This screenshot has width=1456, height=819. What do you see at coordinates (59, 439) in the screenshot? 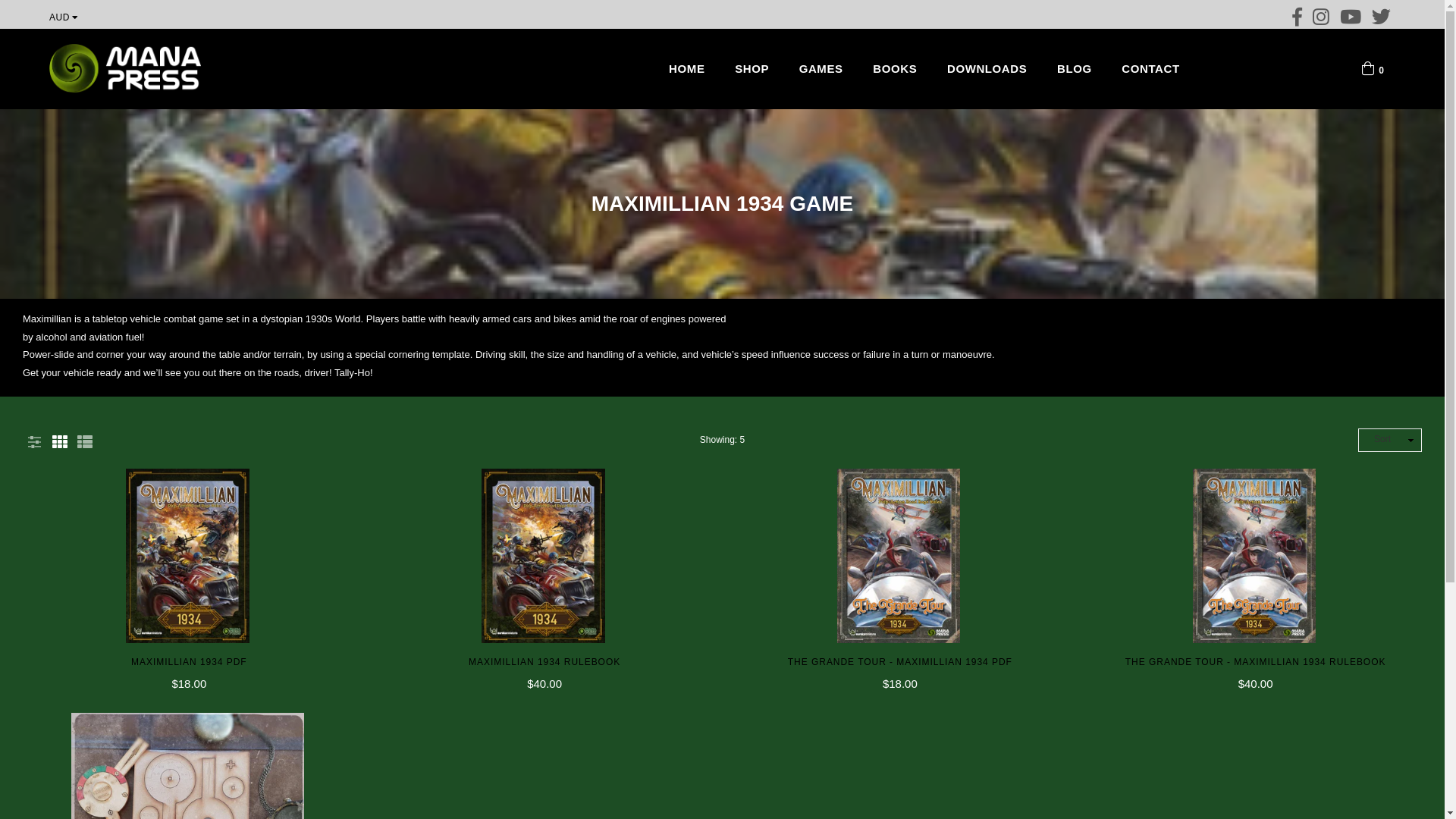
I see `'Grid View'` at bounding box center [59, 439].